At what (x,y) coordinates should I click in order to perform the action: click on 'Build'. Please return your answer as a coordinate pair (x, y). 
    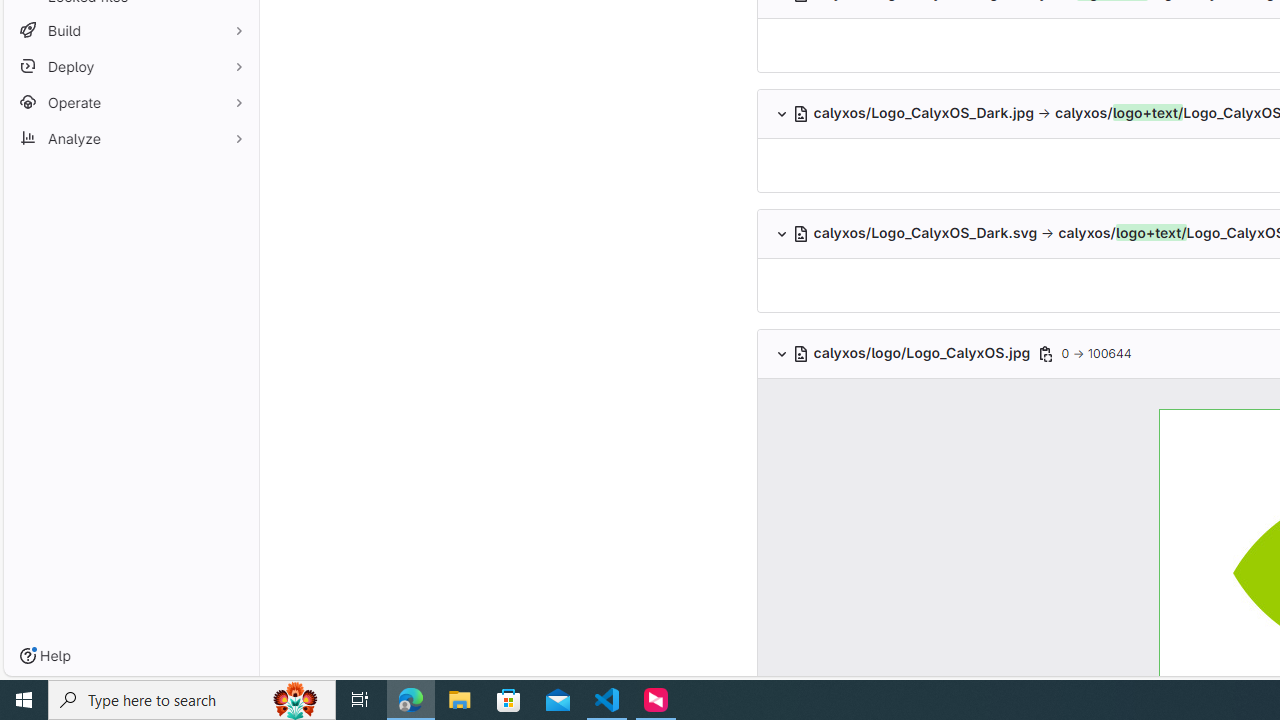
    Looking at the image, I should click on (130, 30).